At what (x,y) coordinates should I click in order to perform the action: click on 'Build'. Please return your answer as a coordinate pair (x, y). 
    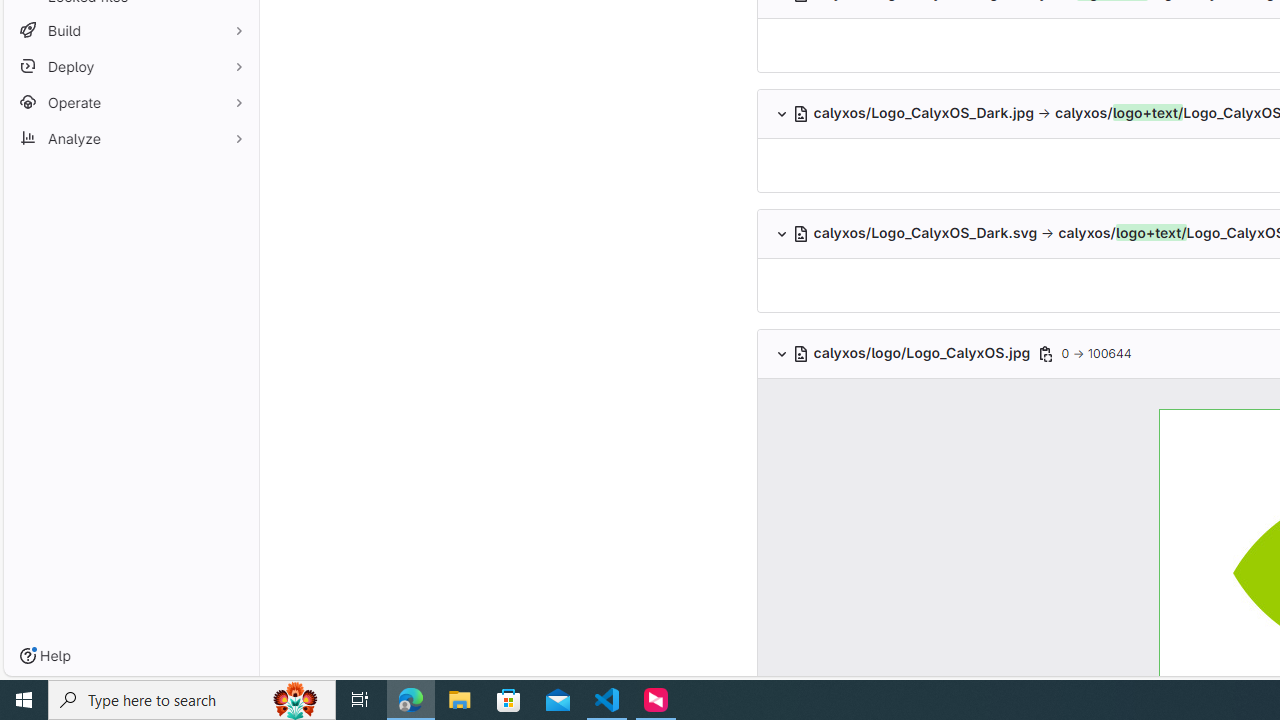
    Looking at the image, I should click on (130, 30).